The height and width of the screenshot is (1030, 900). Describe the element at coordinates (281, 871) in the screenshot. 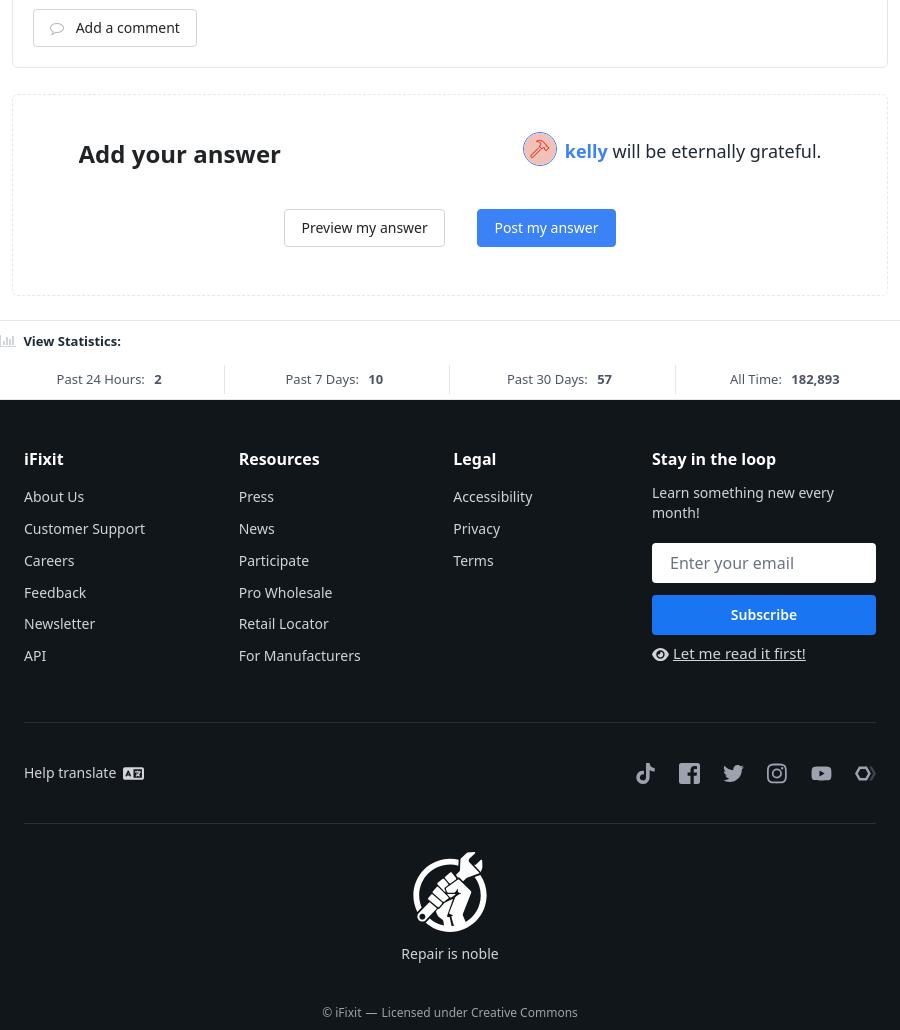

I see `'Retail Locator'` at that location.